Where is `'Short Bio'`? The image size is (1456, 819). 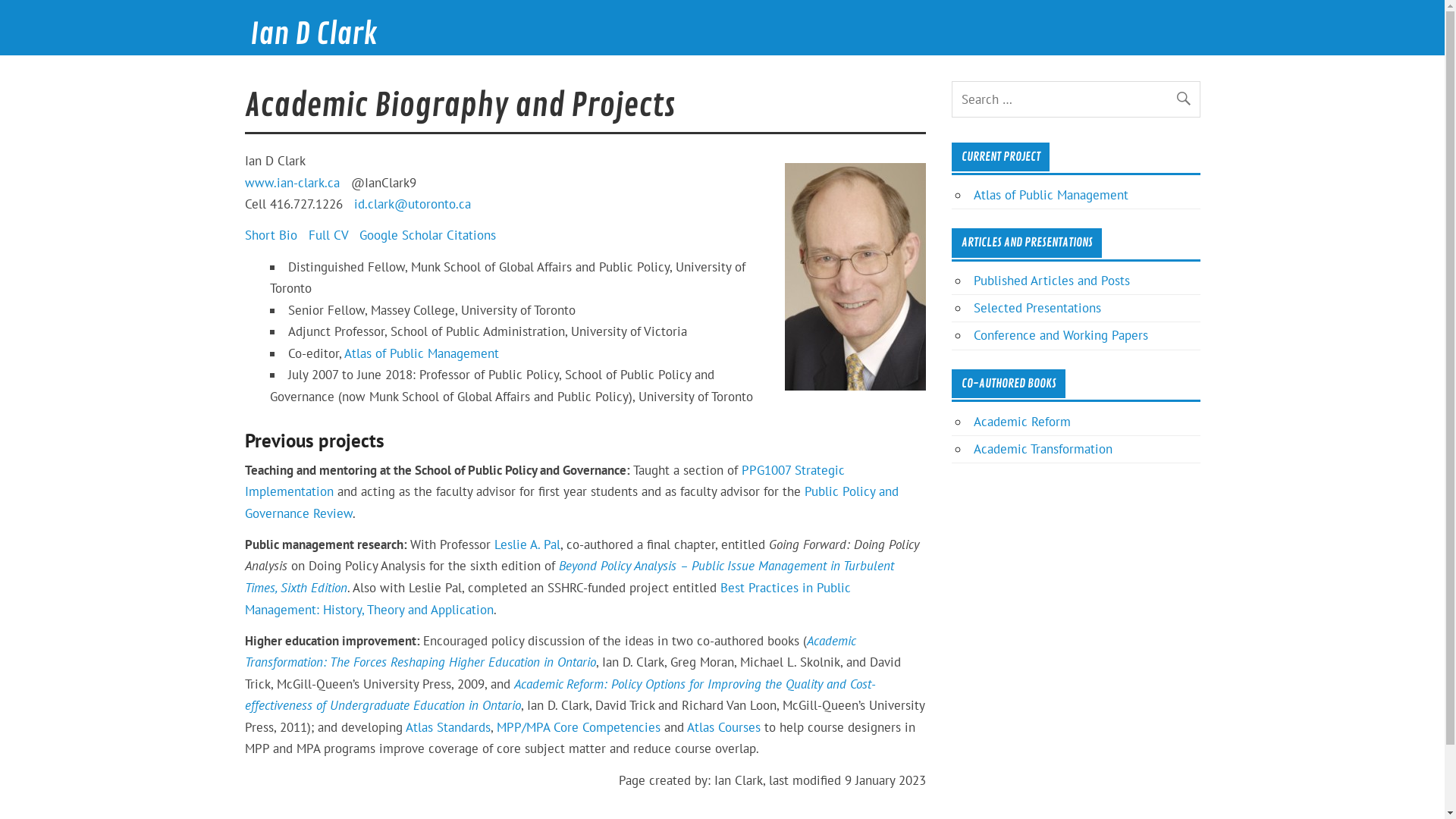 'Short Bio' is located at coordinates (243, 234).